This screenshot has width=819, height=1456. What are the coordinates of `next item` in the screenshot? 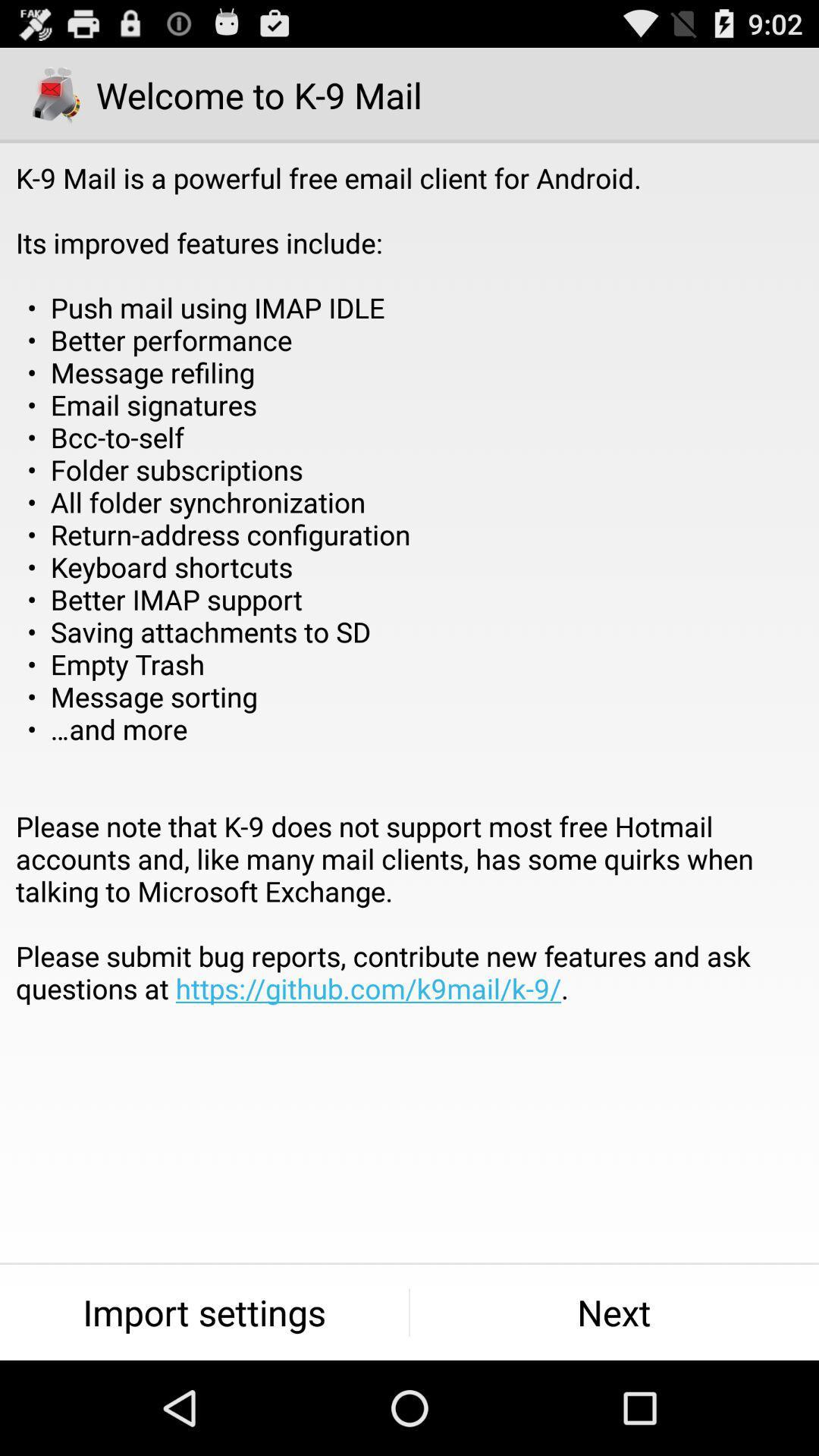 It's located at (614, 1312).